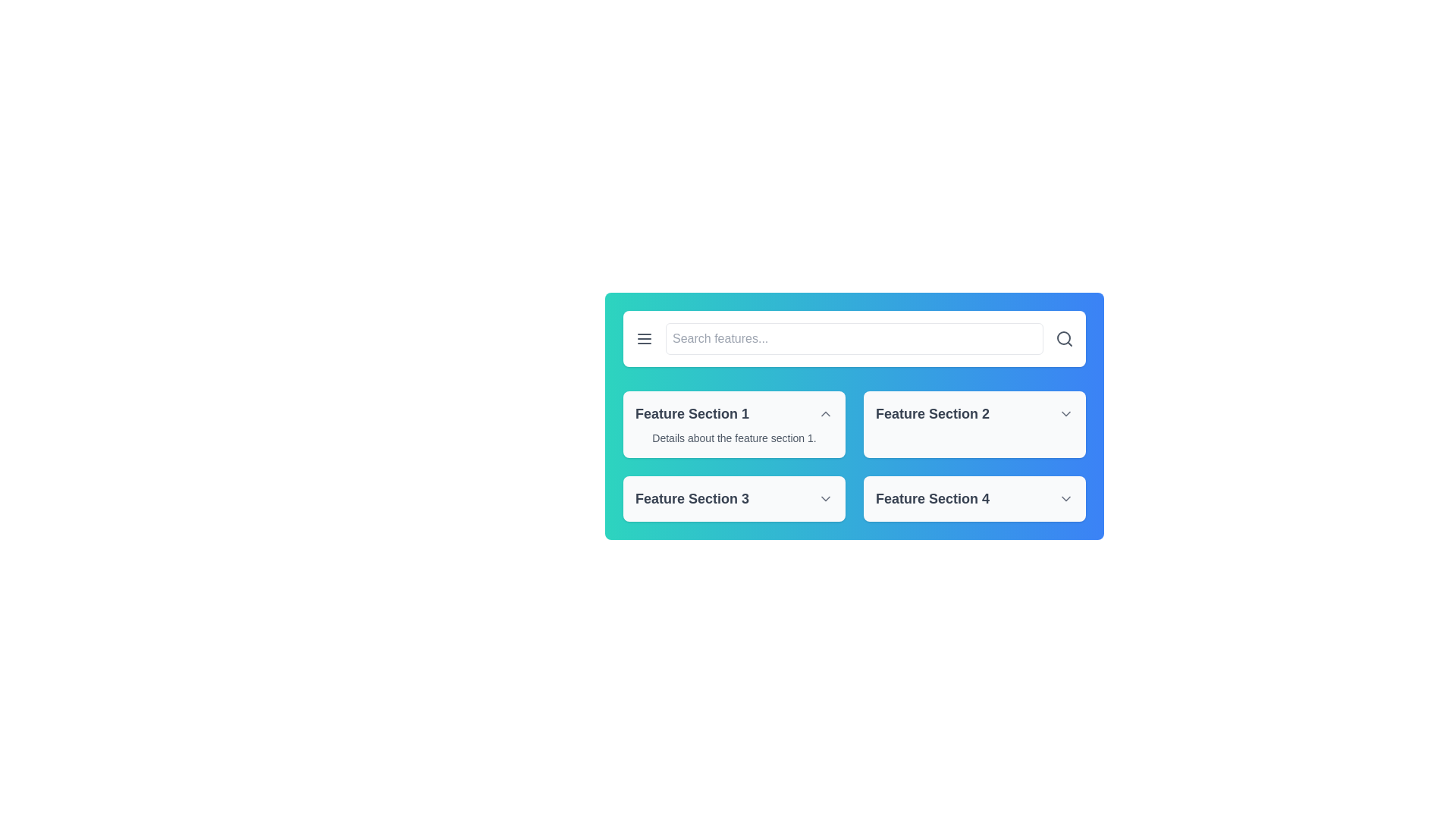  Describe the element at coordinates (734, 424) in the screenshot. I see `the feature description card located in the top-left corner of the grid layout` at that location.